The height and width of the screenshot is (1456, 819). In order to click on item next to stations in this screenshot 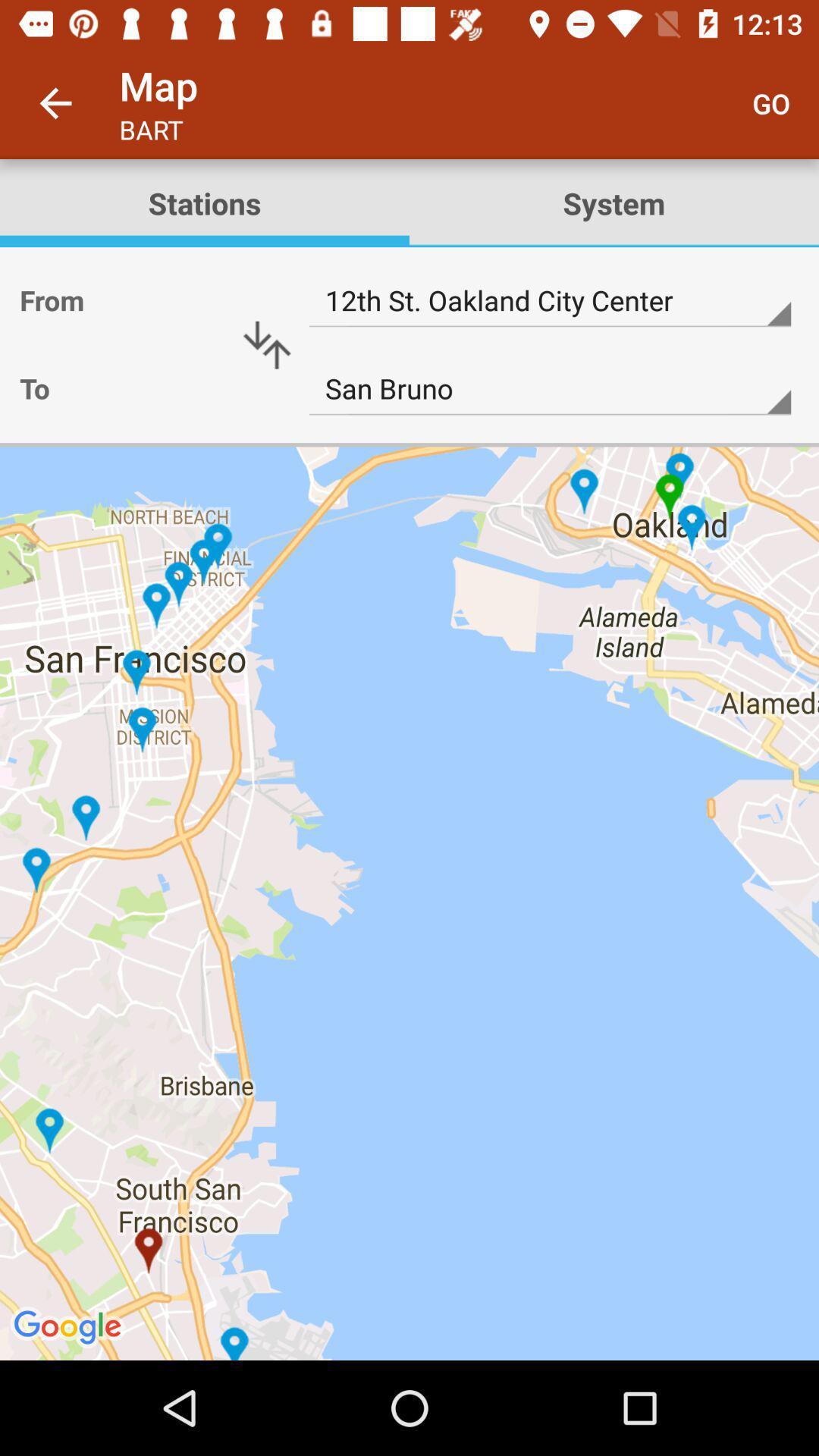, I will do `click(771, 102)`.